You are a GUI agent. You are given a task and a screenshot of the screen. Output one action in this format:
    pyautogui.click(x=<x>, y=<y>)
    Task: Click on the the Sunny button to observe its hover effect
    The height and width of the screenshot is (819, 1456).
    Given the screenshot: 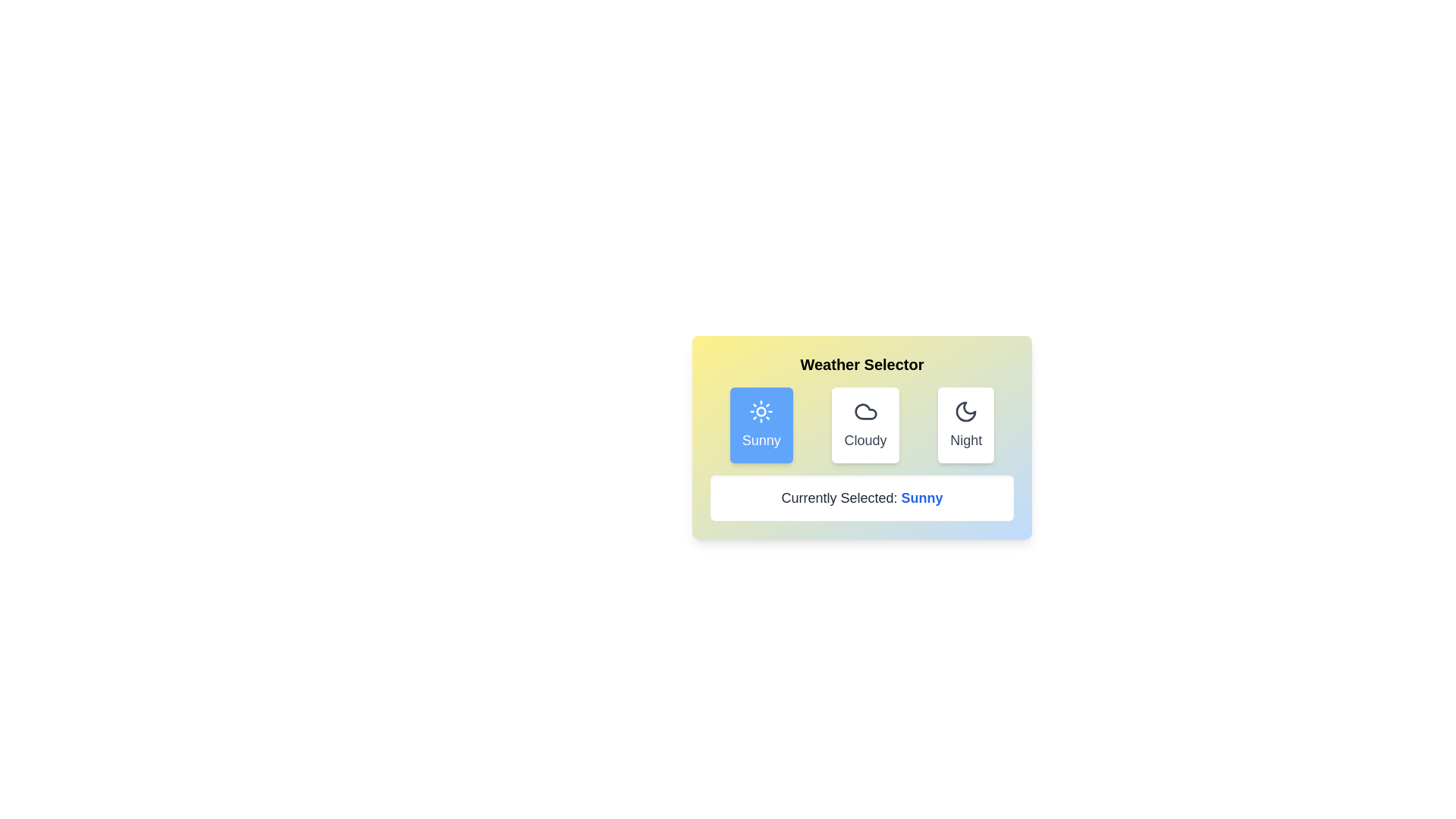 What is the action you would take?
    pyautogui.click(x=761, y=425)
    